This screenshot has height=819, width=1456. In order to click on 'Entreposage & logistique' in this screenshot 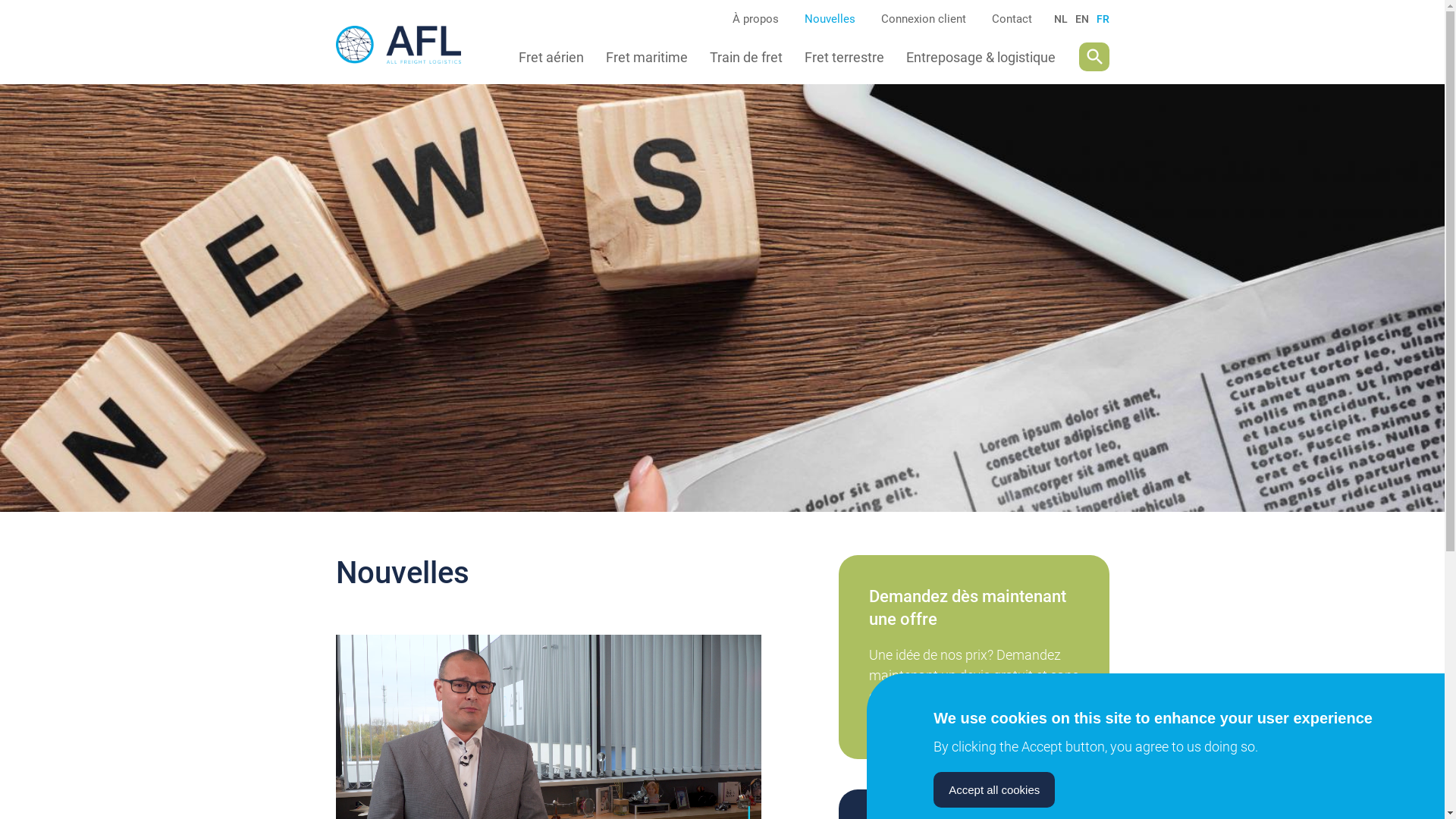, I will do `click(981, 55)`.